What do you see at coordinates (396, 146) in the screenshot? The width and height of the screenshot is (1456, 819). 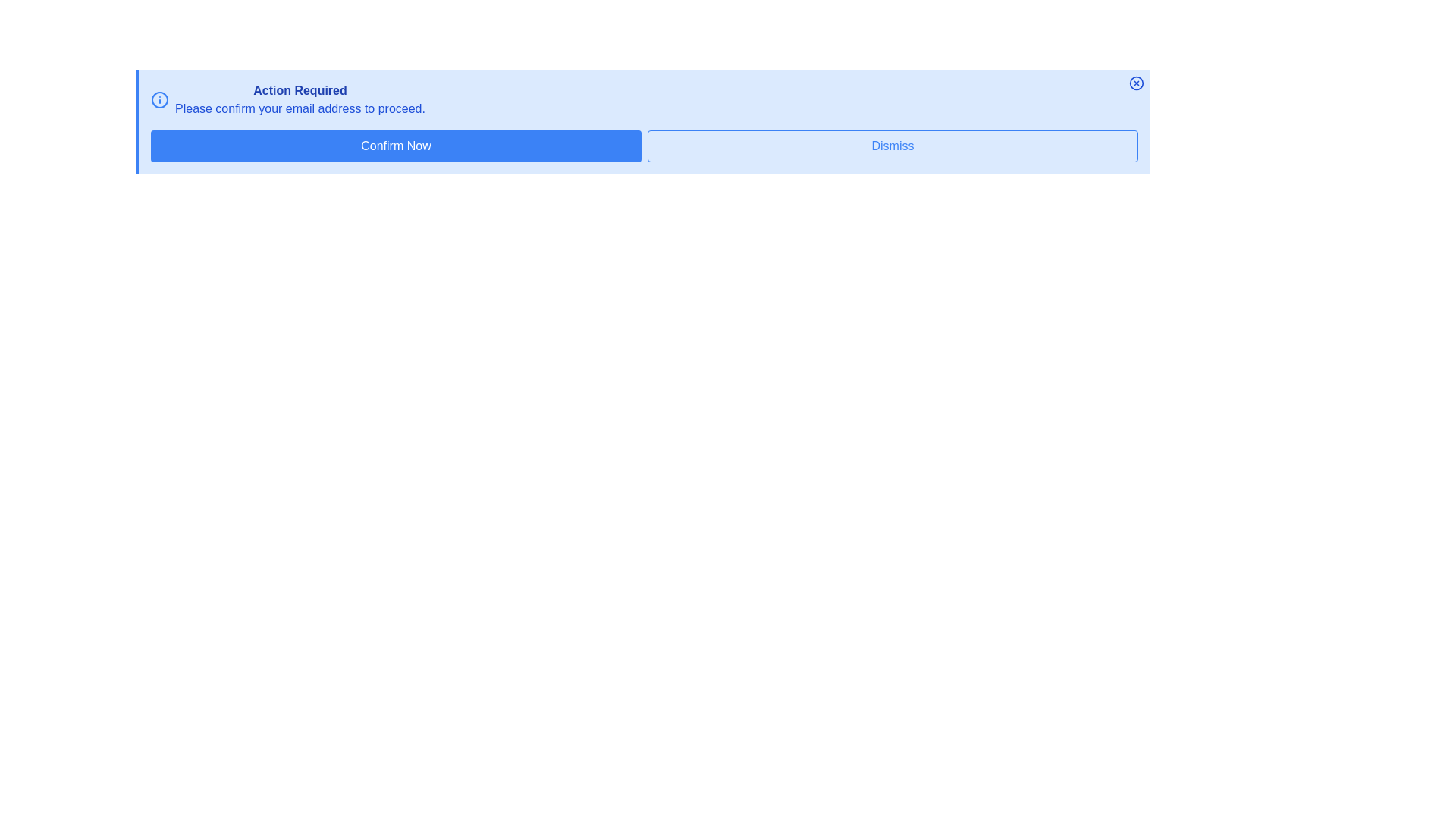 I see `the 'Confirm Now' button to confirm the action` at bounding box center [396, 146].